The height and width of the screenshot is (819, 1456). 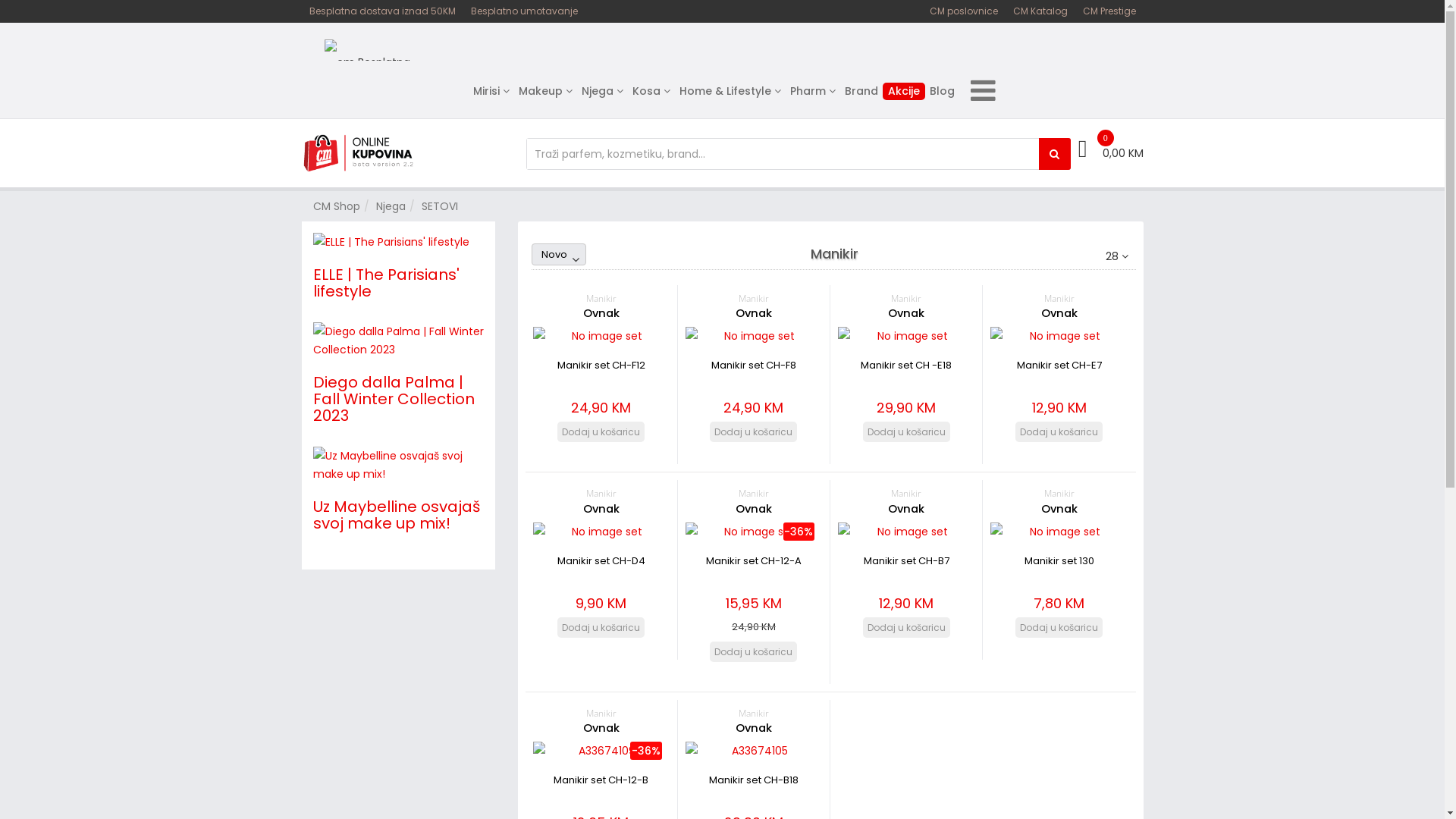 What do you see at coordinates (422, 206) in the screenshot?
I see `'SETOVI'` at bounding box center [422, 206].